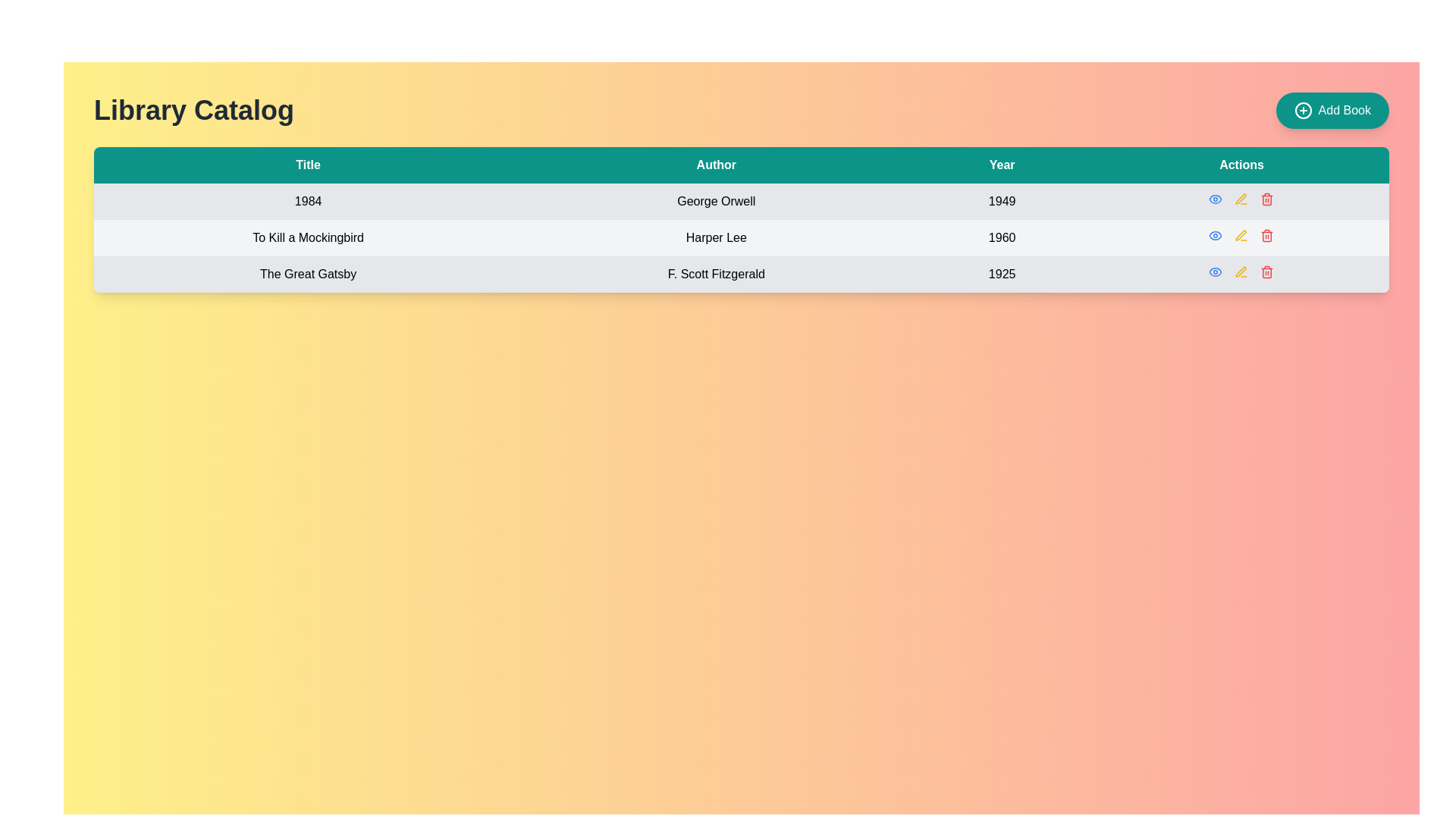  Describe the element at coordinates (307, 165) in the screenshot. I see `text 'Title' in the first table header cell, which is centered on a teal background and displayed in a bold white font` at that location.